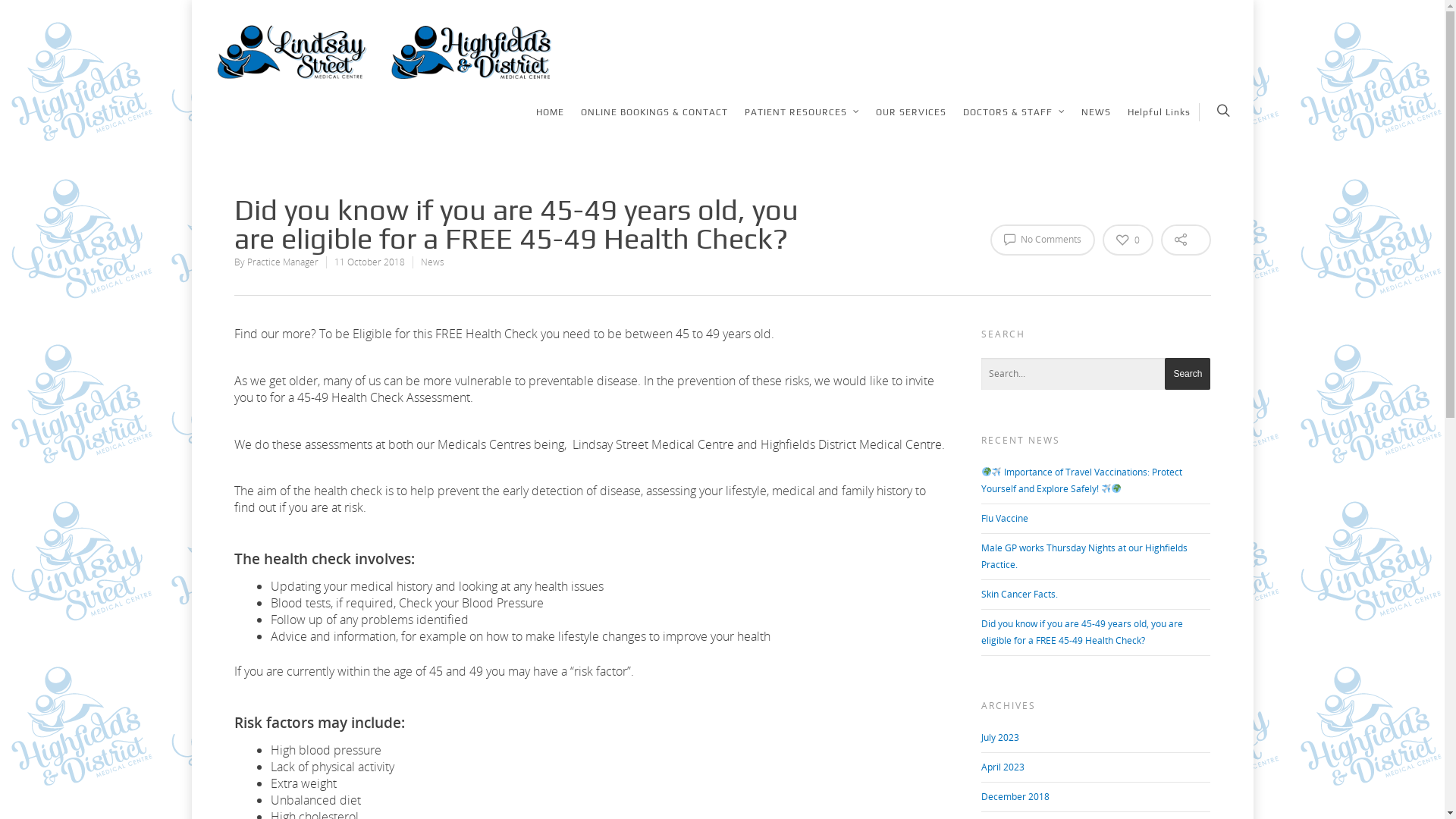 This screenshot has width=1456, height=819. I want to click on 'Male GP works Thursday Nights at our Highfields Practice.', so click(981, 556).